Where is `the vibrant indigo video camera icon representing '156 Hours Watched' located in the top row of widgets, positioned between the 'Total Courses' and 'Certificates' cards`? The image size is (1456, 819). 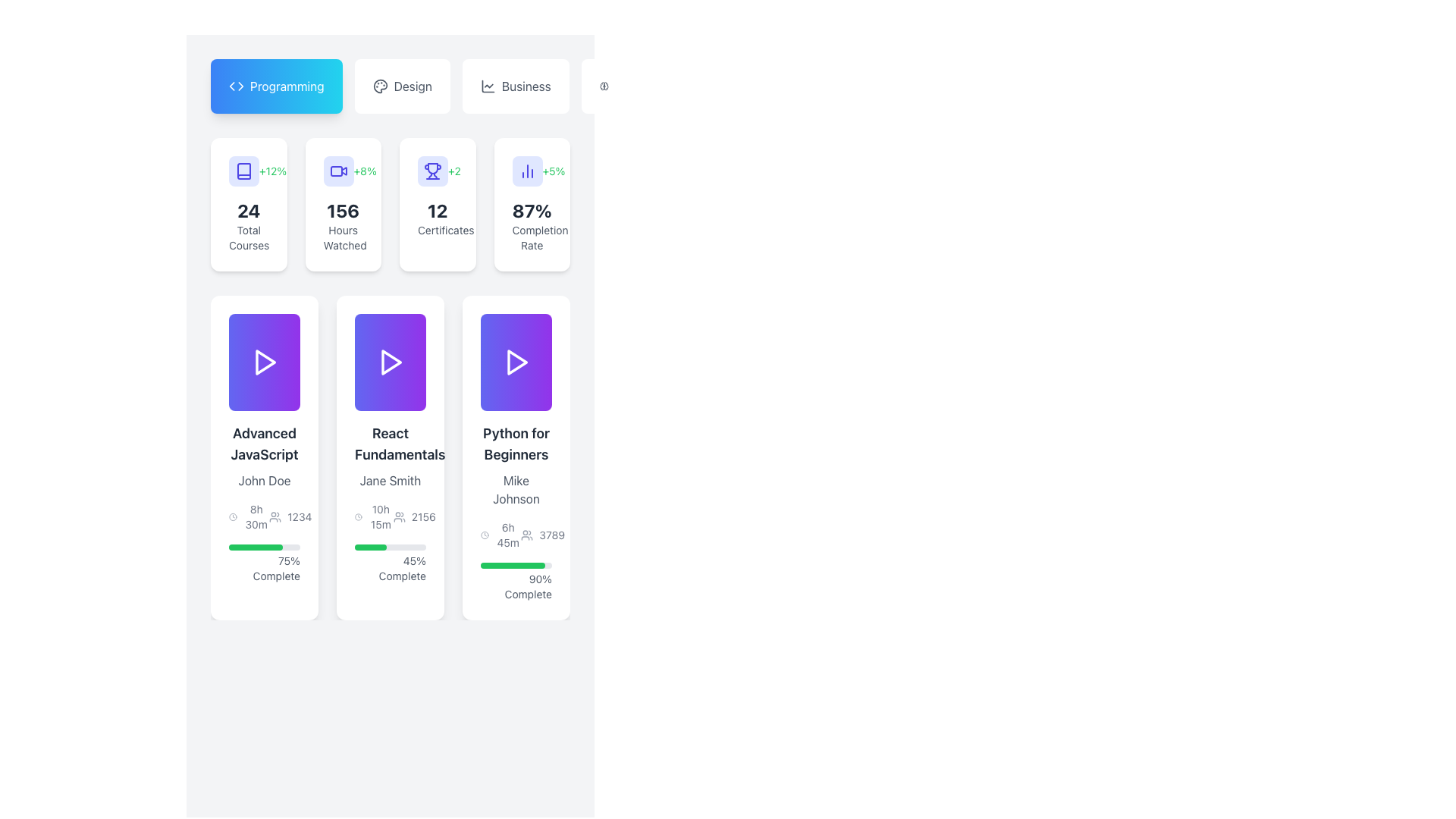 the vibrant indigo video camera icon representing '156 Hours Watched' located in the top row of widgets, positioned between the 'Total Courses' and 'Certificates' cards is located at coordinates (337, 171).